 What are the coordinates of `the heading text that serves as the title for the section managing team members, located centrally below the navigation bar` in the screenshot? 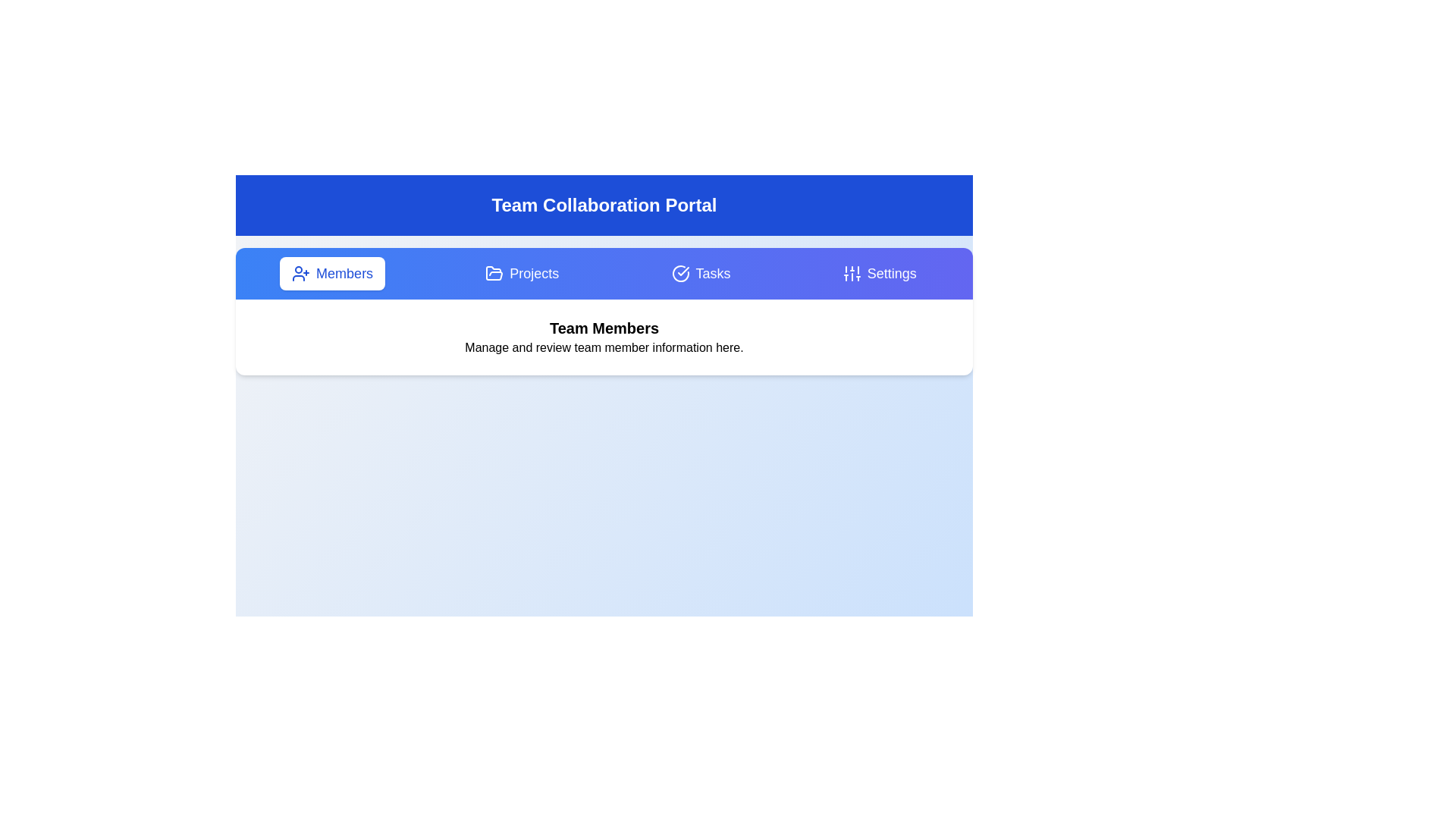 It's located at (603, 327).